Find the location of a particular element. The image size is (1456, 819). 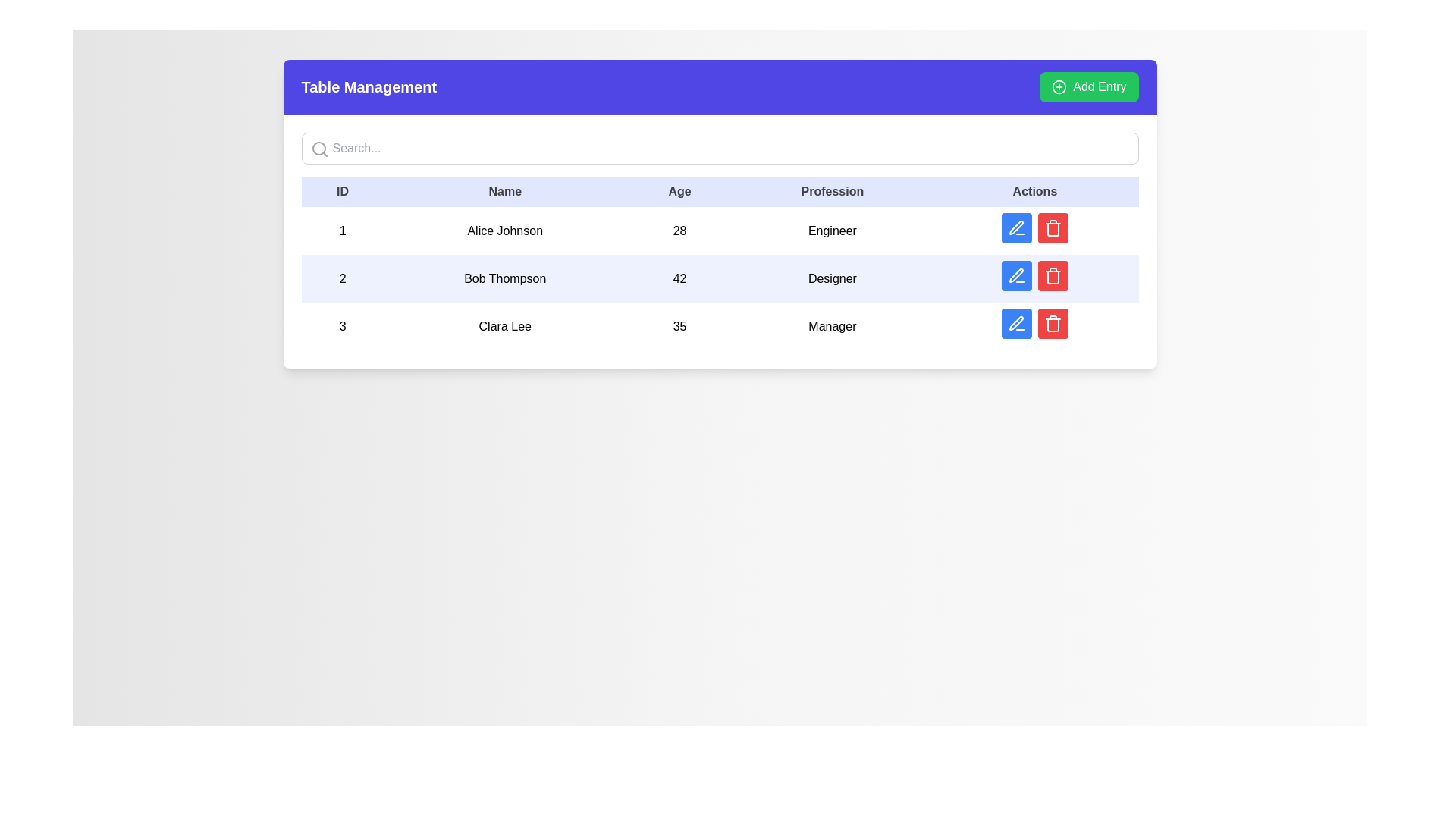

the magnifying glass icon located to the left of the search bar, which indicates search functionality is located at coordinates (318, 149).